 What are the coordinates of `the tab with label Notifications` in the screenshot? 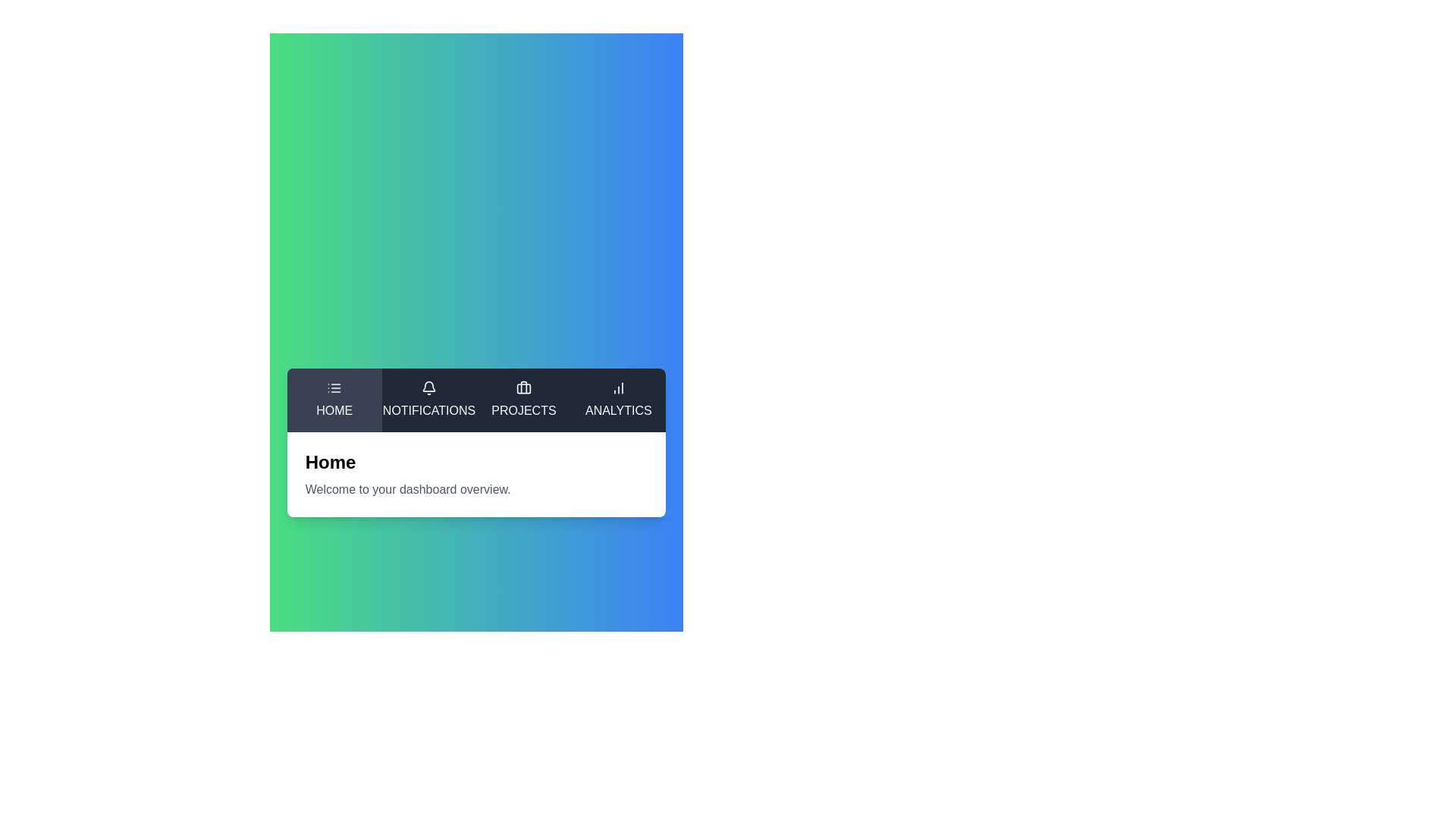 It's located at (428, 400).